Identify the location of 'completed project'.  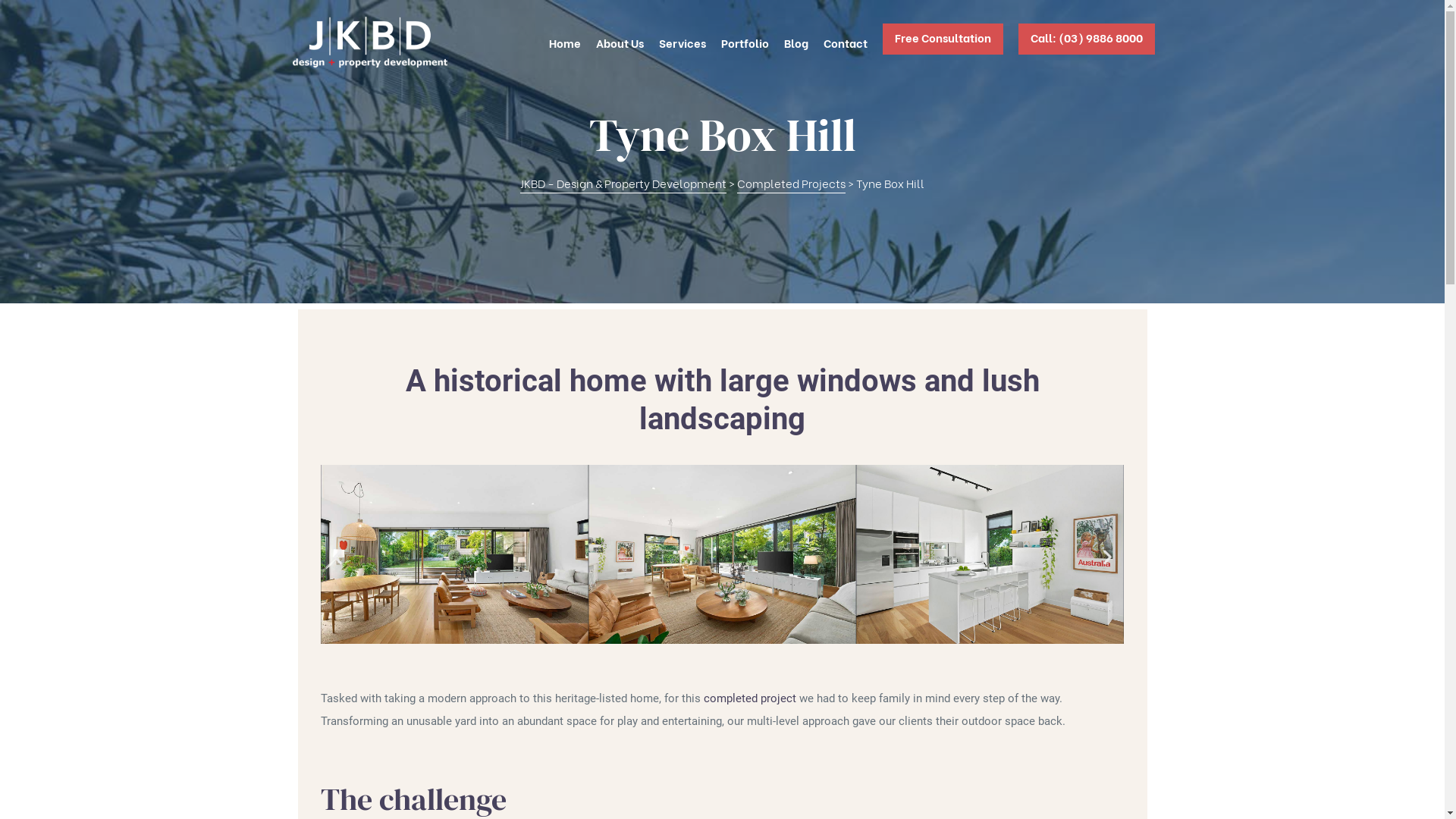
(749, 698).